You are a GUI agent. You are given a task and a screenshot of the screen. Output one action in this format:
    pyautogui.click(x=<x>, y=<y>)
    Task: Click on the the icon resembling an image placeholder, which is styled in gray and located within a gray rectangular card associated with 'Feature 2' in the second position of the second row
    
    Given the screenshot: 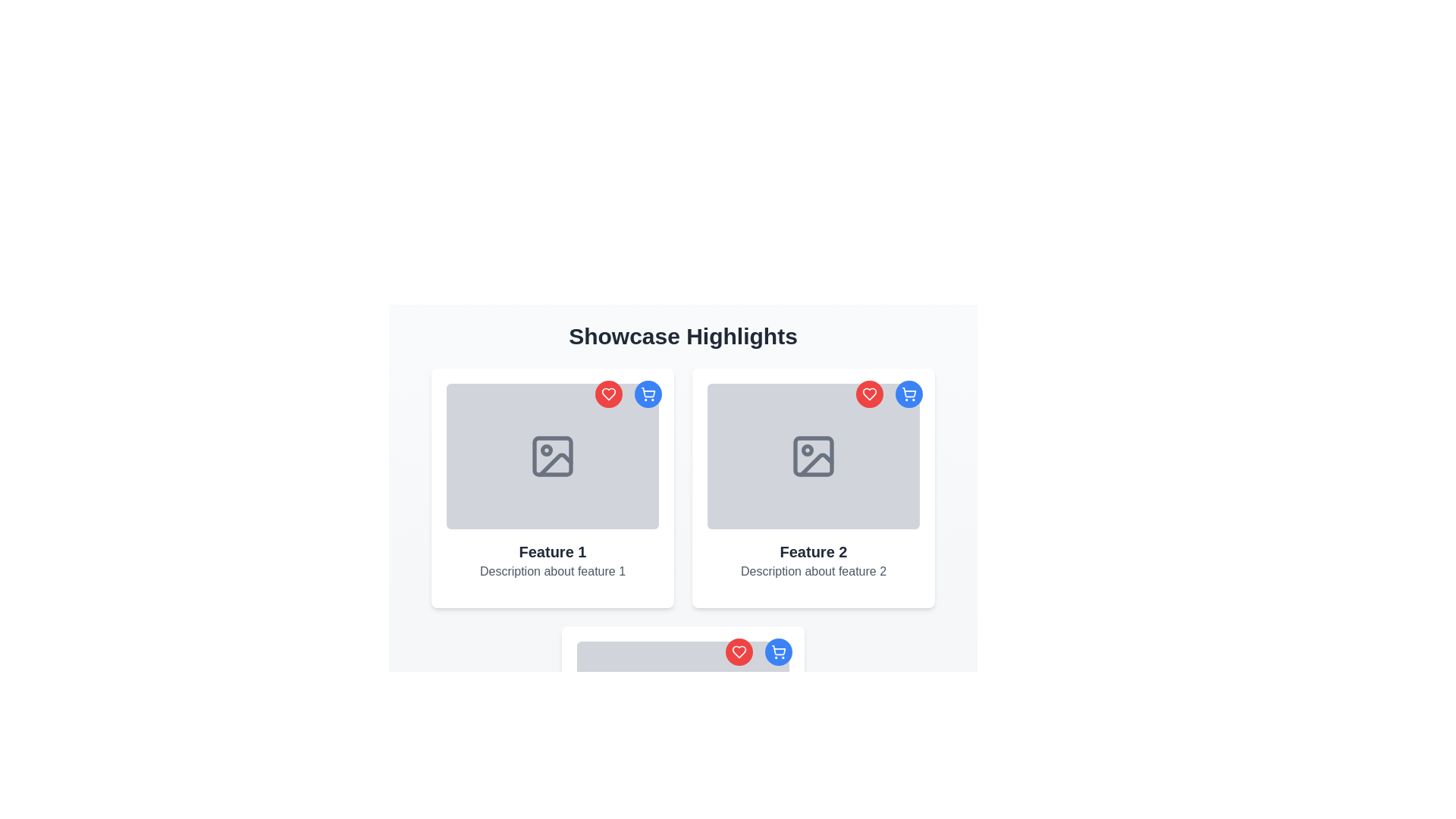 What is the action you would take?
    pyautogui.click(x=813, y=455)
    